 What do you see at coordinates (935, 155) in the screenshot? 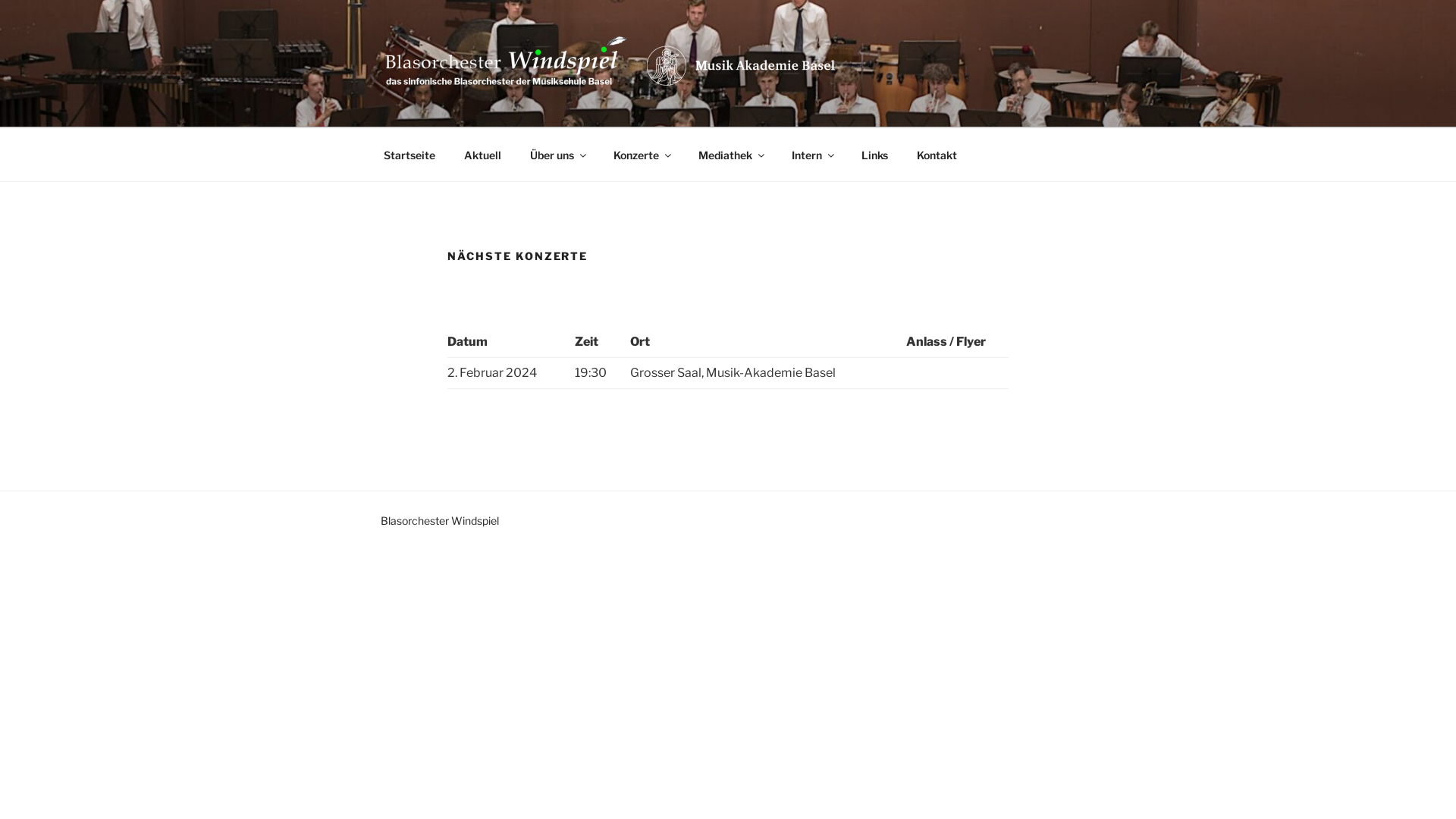
I see `'Kontakt'` at bounding box center [935, 155].